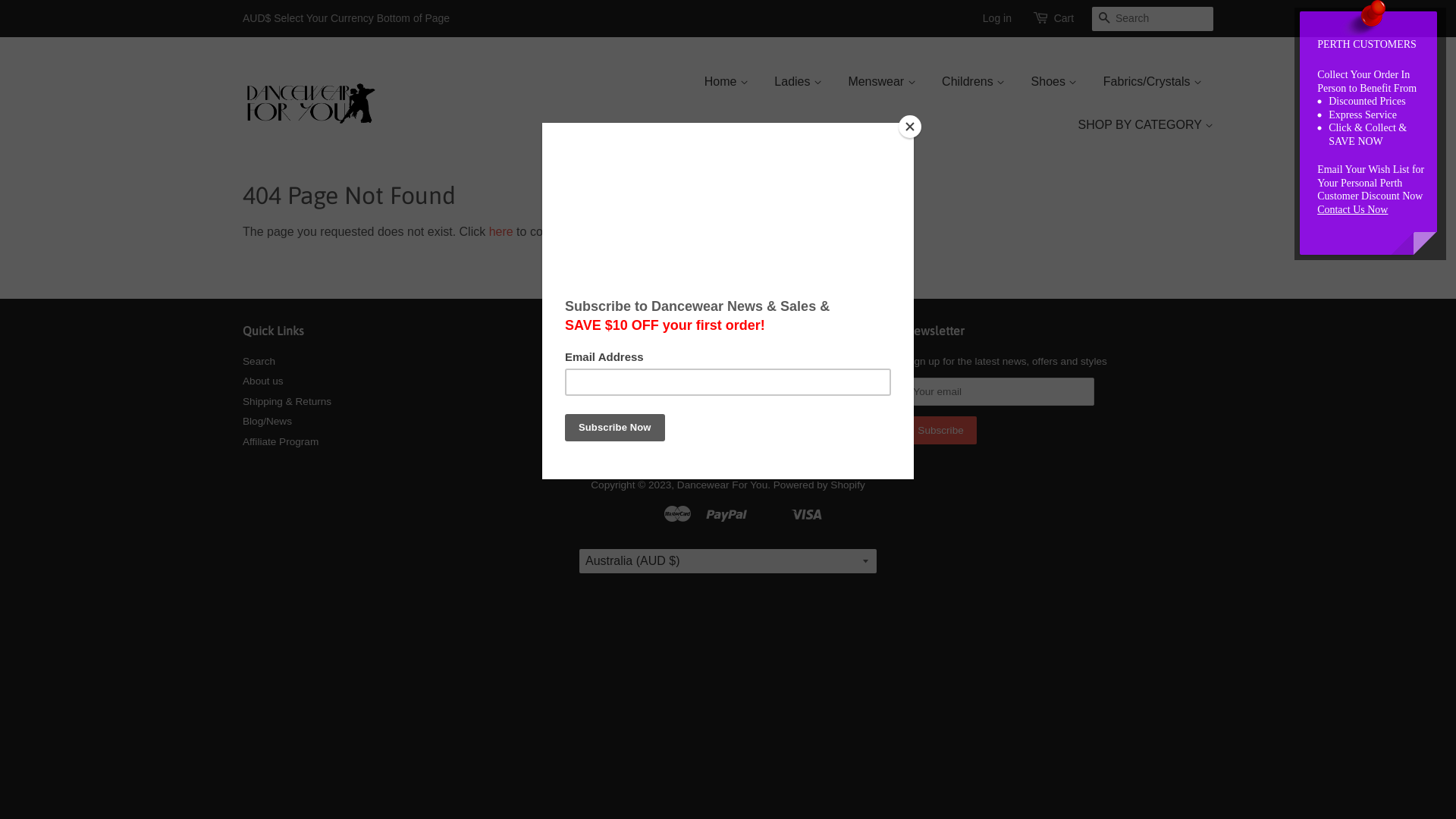 The image size is (1456, 819). What do you see at coordinates (797, 81) in the screenshot?
I see `'Ladies'` at bounding box center [797, 81].